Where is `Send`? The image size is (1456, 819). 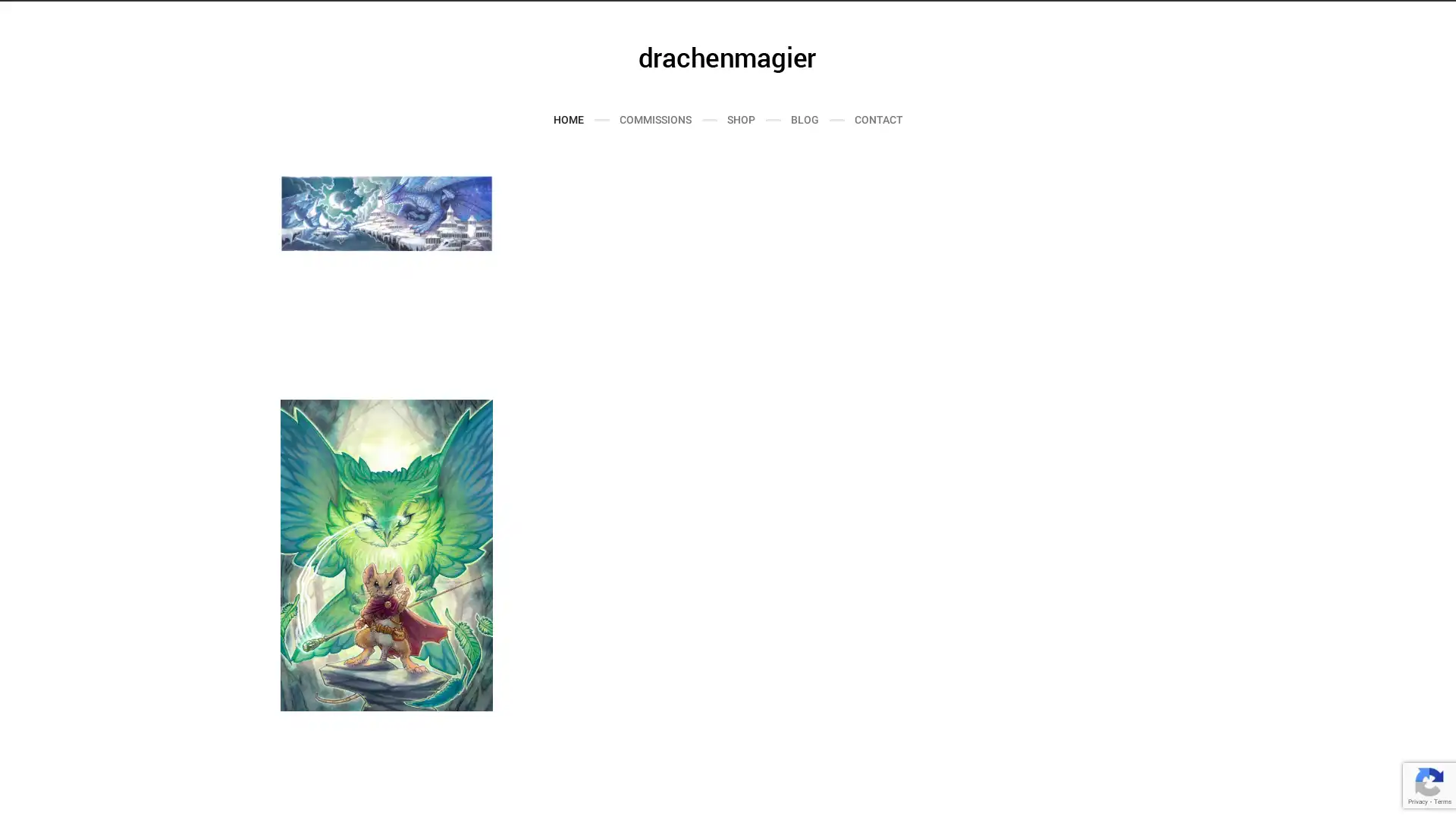
Send is located at coordinates (377, 526).